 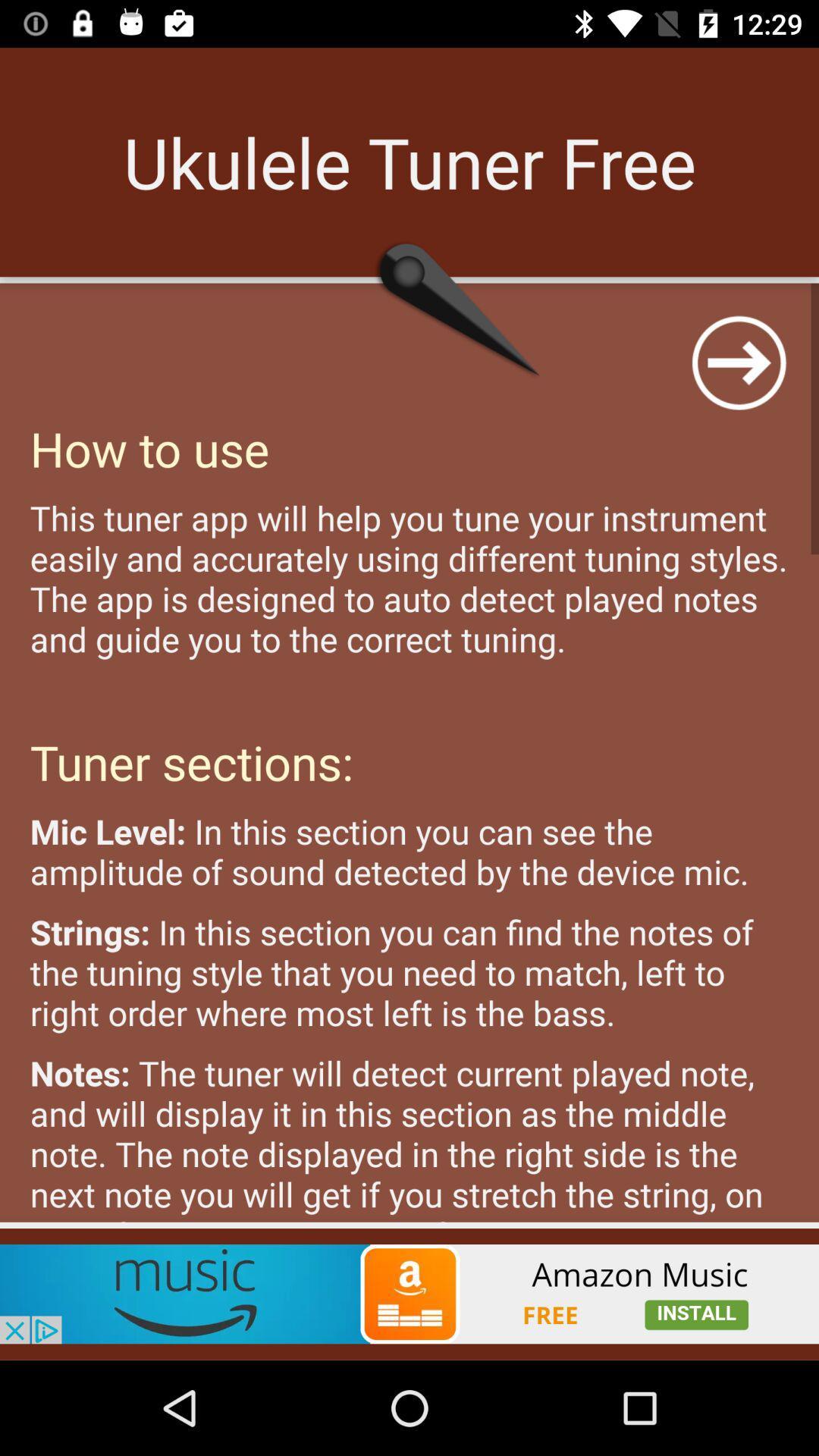 I want to click on the arrow_forward icon, so click(x=738, y=362).